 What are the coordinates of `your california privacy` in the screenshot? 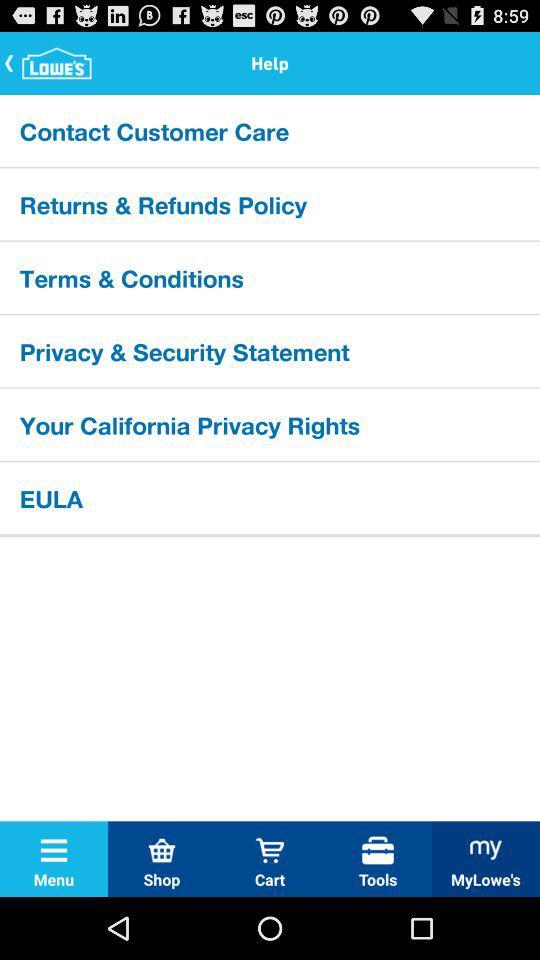 It's located at (270, 424).